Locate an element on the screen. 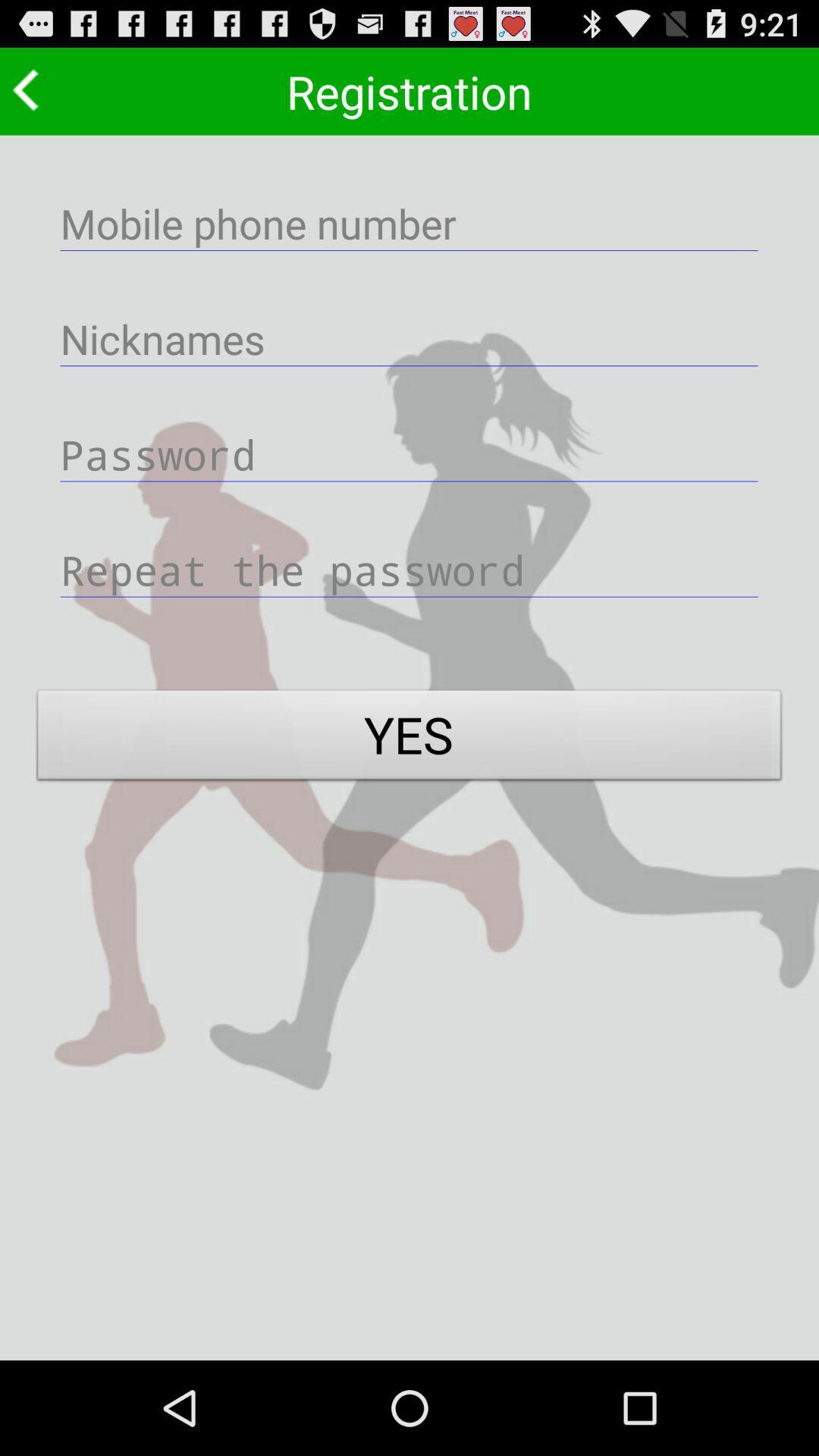 Image resolution: width=819 pixels, height=1456 pixels. phone number is located at coordinates (409, 222).